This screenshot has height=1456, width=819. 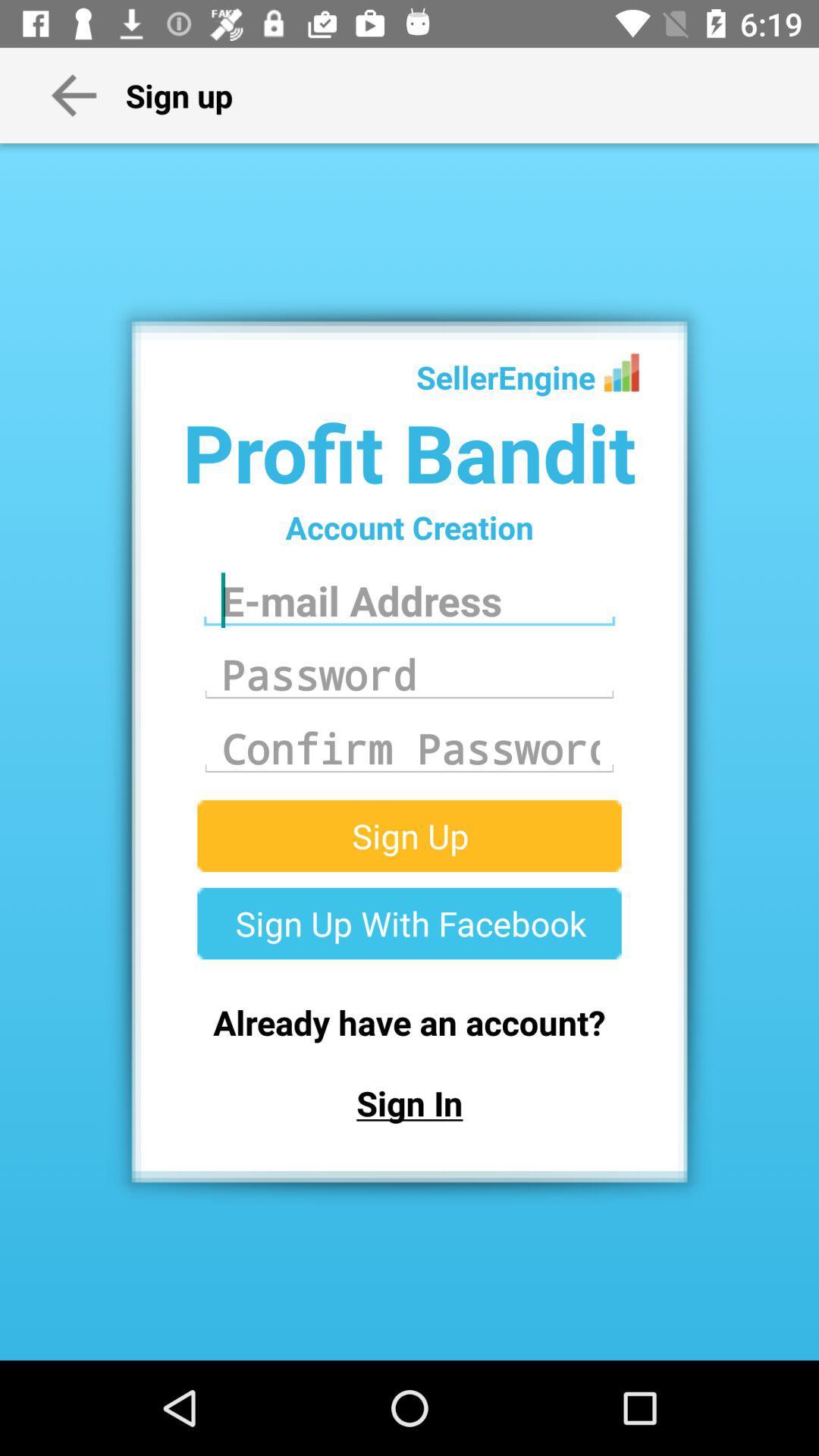 What do you see at coordinates (409, 600) in the screenshot?
I see `textbox for mail` at bounding box center [409, 600].